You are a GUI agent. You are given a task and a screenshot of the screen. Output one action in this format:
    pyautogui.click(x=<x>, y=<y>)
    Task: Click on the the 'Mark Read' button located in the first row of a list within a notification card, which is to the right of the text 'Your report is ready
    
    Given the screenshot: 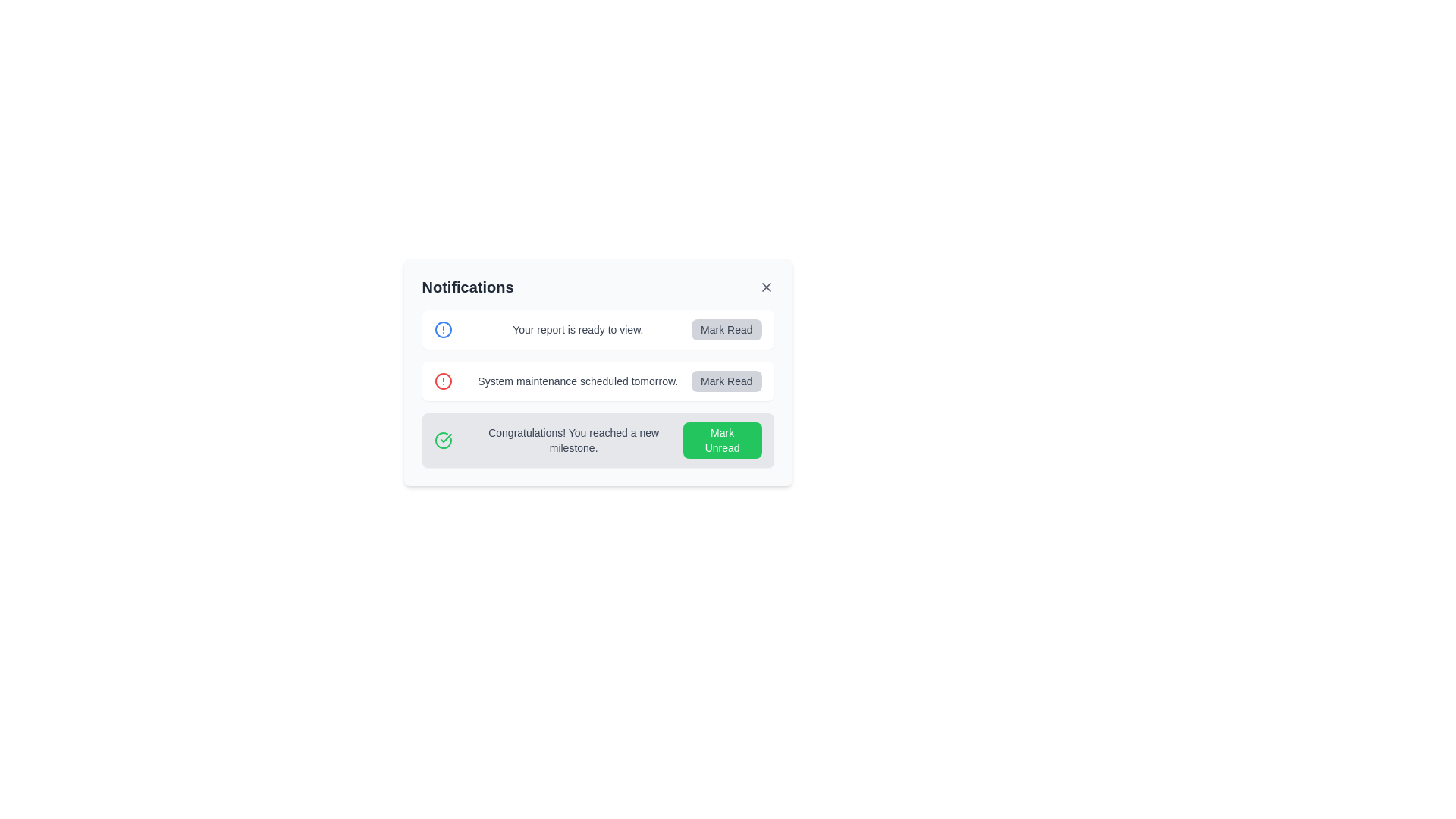 What is the action you would take?
    pyautogui.click(x=726, y=329)
    